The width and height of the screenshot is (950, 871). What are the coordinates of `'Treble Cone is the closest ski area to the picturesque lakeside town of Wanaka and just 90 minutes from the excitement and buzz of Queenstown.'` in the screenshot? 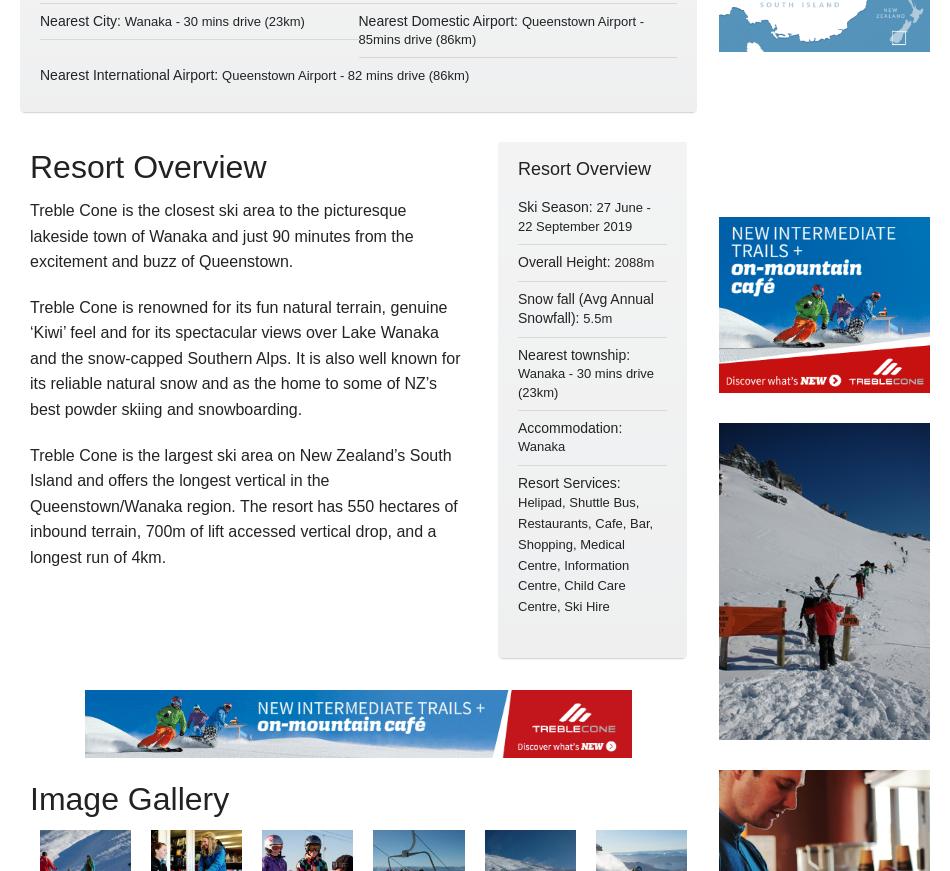 It's located at (30, 235).